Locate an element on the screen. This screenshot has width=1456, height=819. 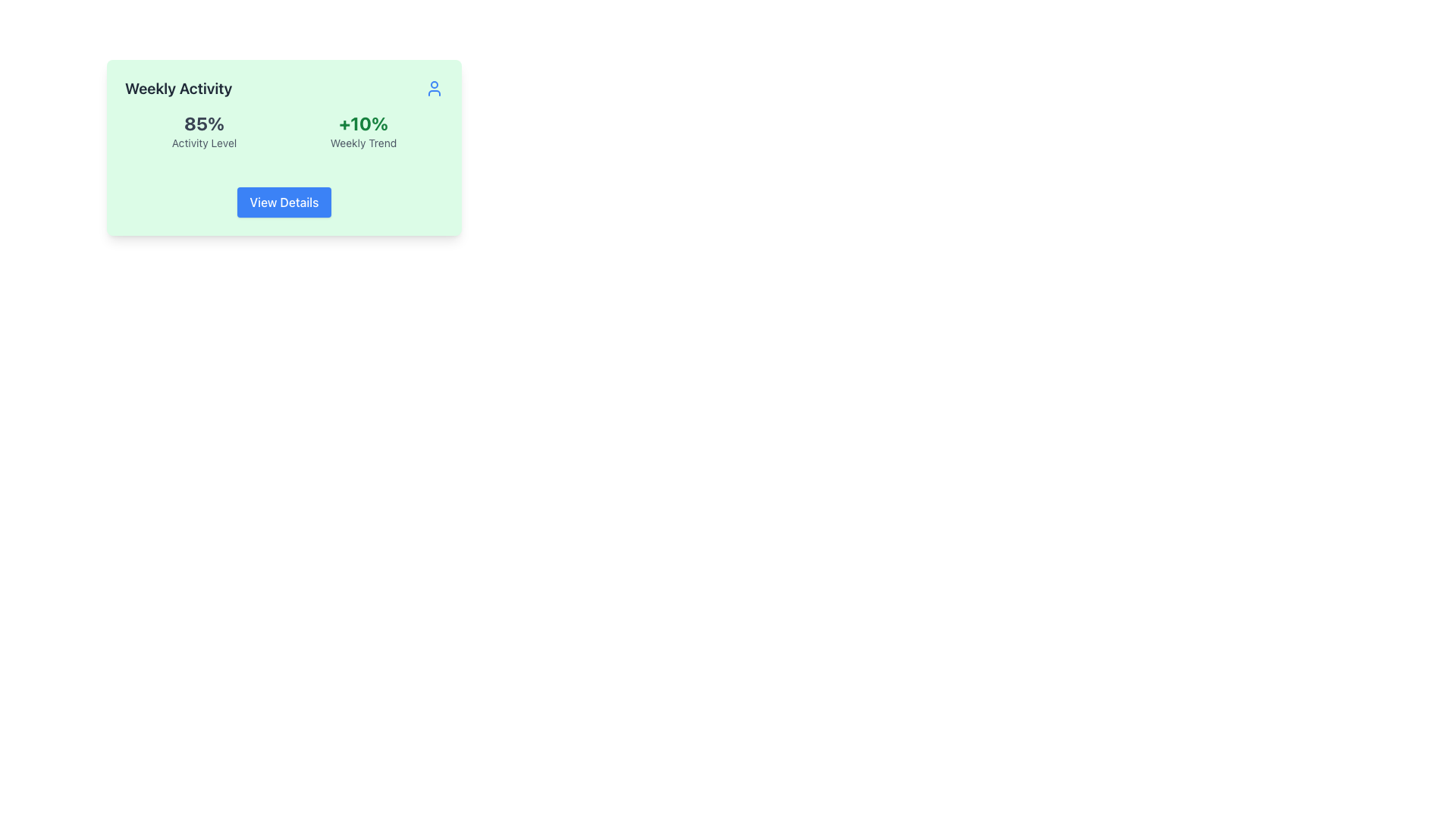
the text-based UI component displaying '85%' in bold, large, dark-gray font and 'Activity Level' in smaller, lighter-gray font, located on the left side of the 'Weekly Activity' section is located at coordinates (203, 130).